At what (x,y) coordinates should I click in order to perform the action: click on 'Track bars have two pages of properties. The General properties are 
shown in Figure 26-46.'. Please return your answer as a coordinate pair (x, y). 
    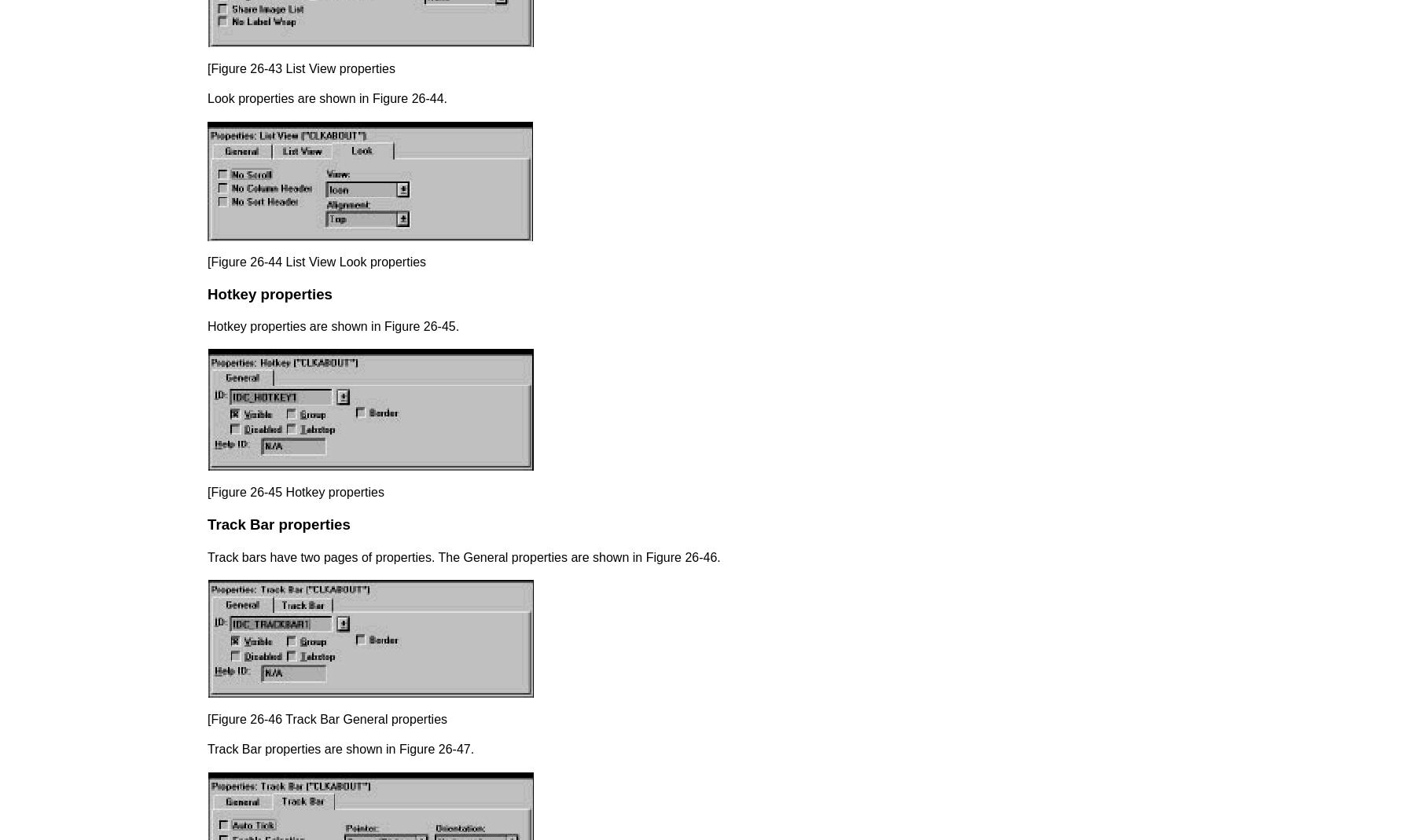
    Looking at the image, I should click on (464, 556).